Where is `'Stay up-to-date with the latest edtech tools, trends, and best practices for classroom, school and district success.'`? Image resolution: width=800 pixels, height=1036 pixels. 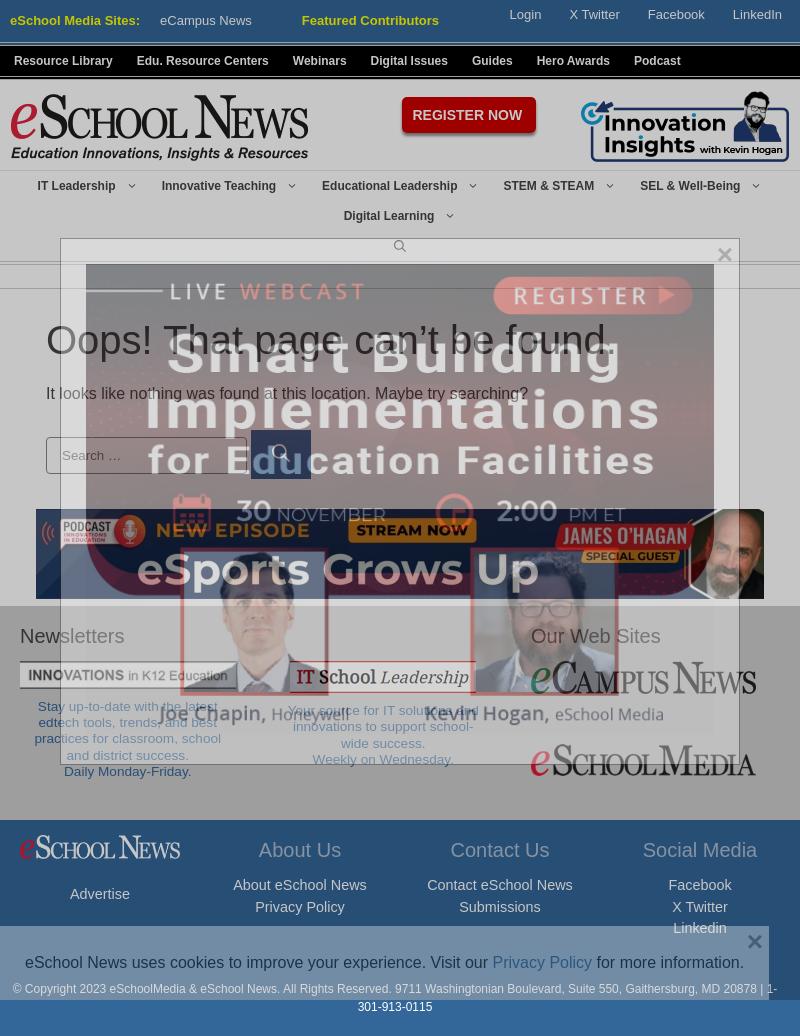 'Stay up-to-date with the latest edtech tools, trends, and best practices for classroom, school and district success.' is located at coordinates (126, 729).